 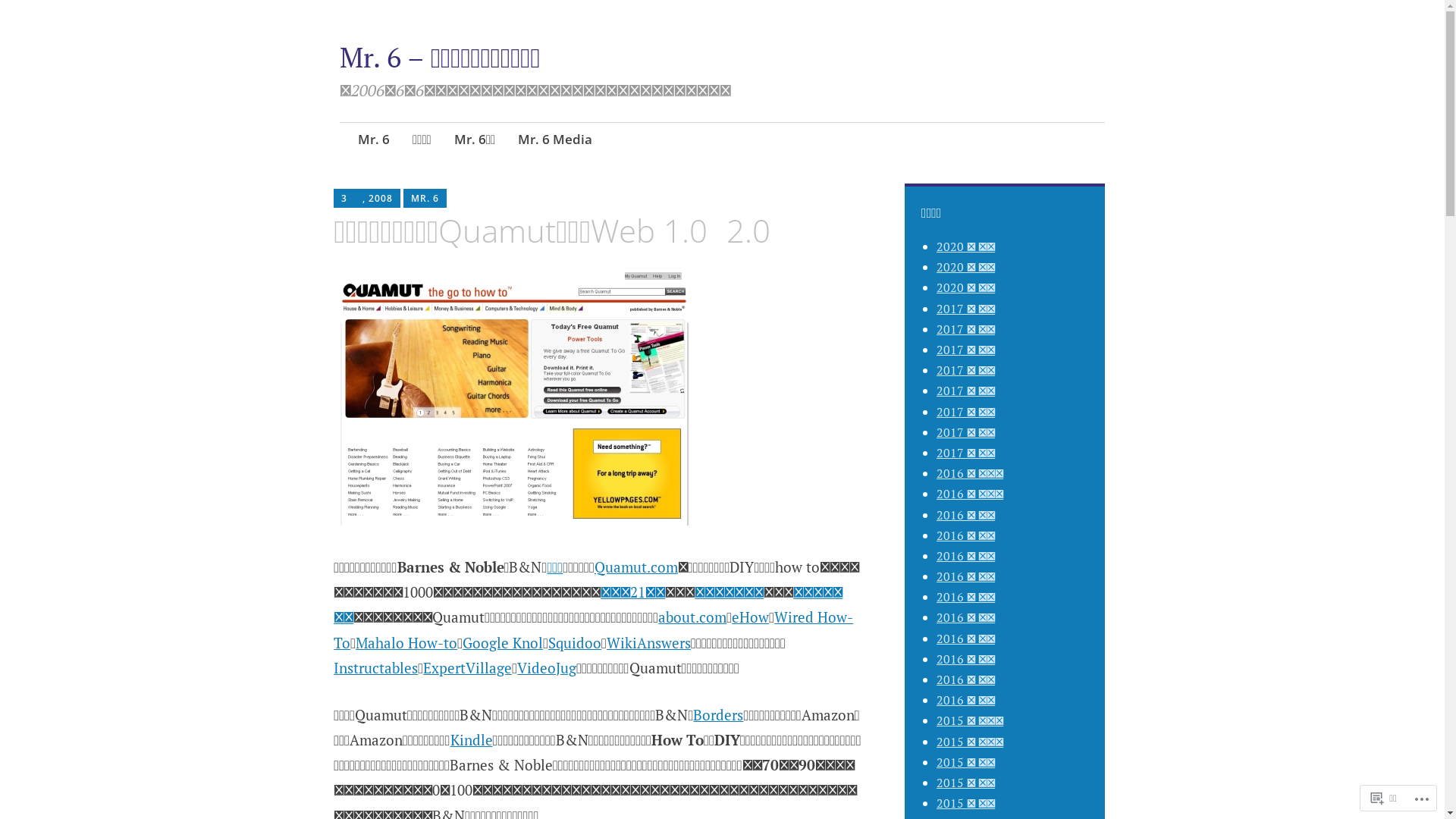 What do you see at coordinates (548, 642) in the screenshot?
I see `'Squidoo'` at bounding box center [548, 642].